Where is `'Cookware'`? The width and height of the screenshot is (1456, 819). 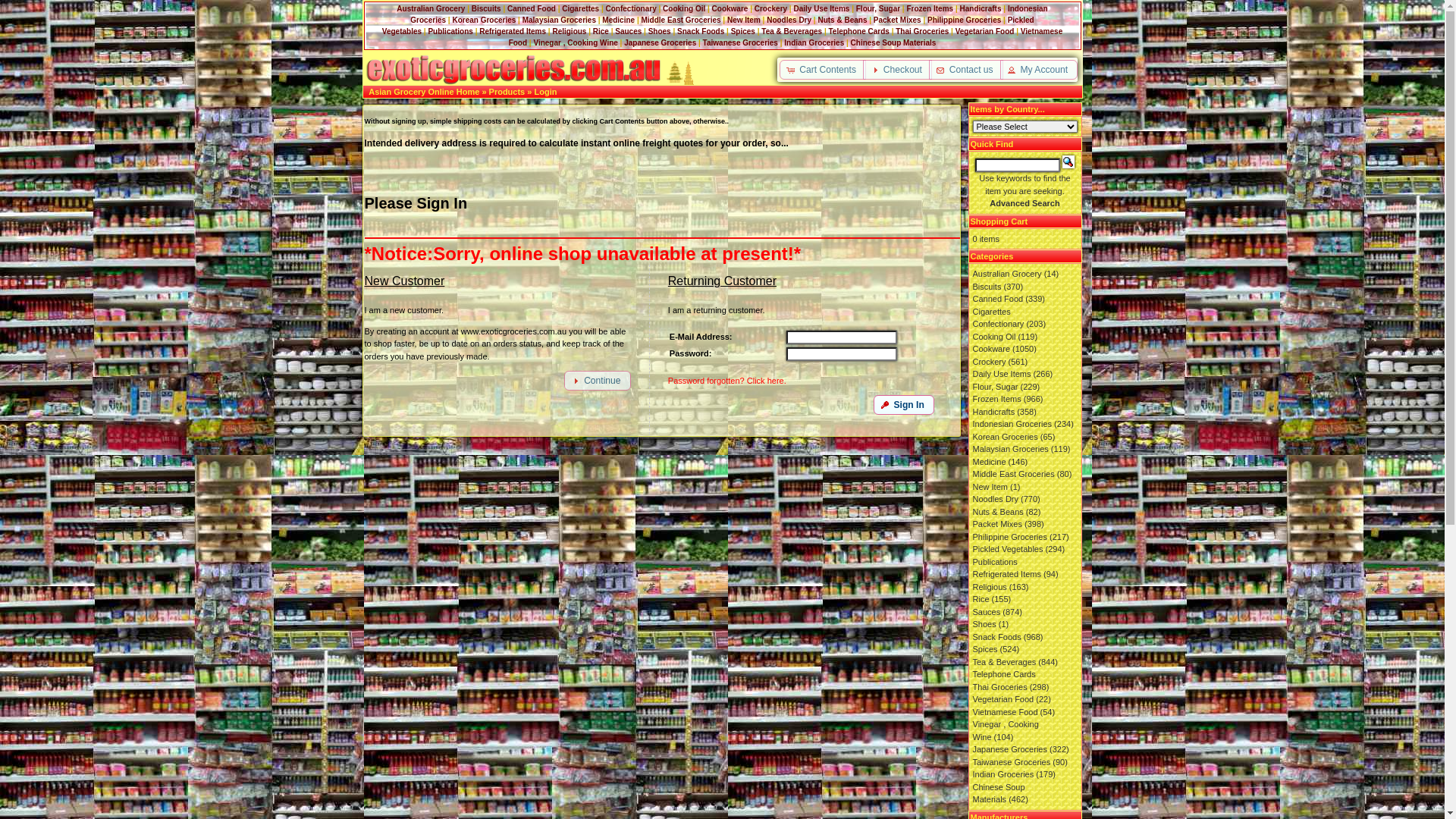 'Cookware' is located at coordinates (730, 8).